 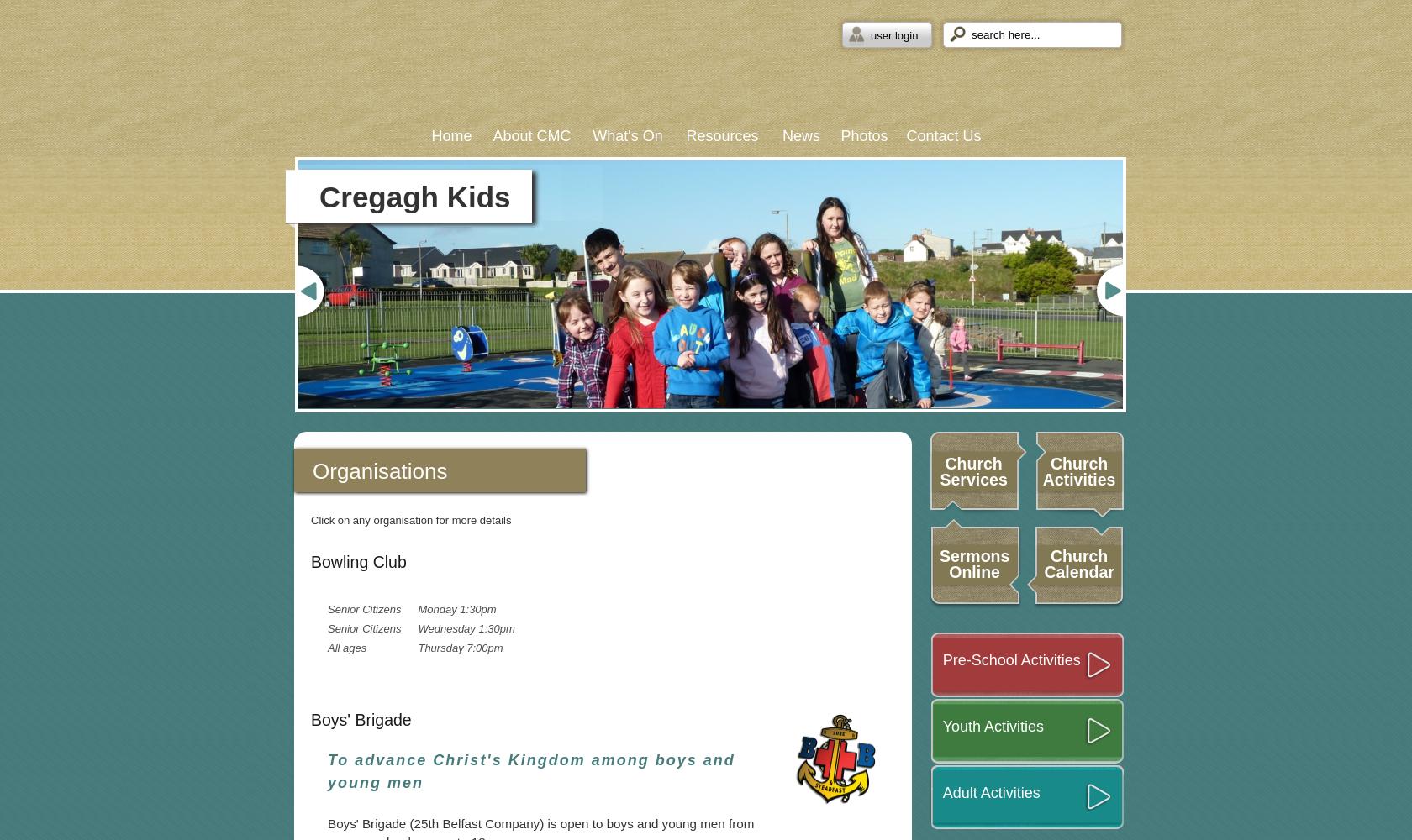 What do you see at coordinates (456, 608) in the screenshot?
I see `'Monday 1:30pm'` at bounding box center [456, 608].